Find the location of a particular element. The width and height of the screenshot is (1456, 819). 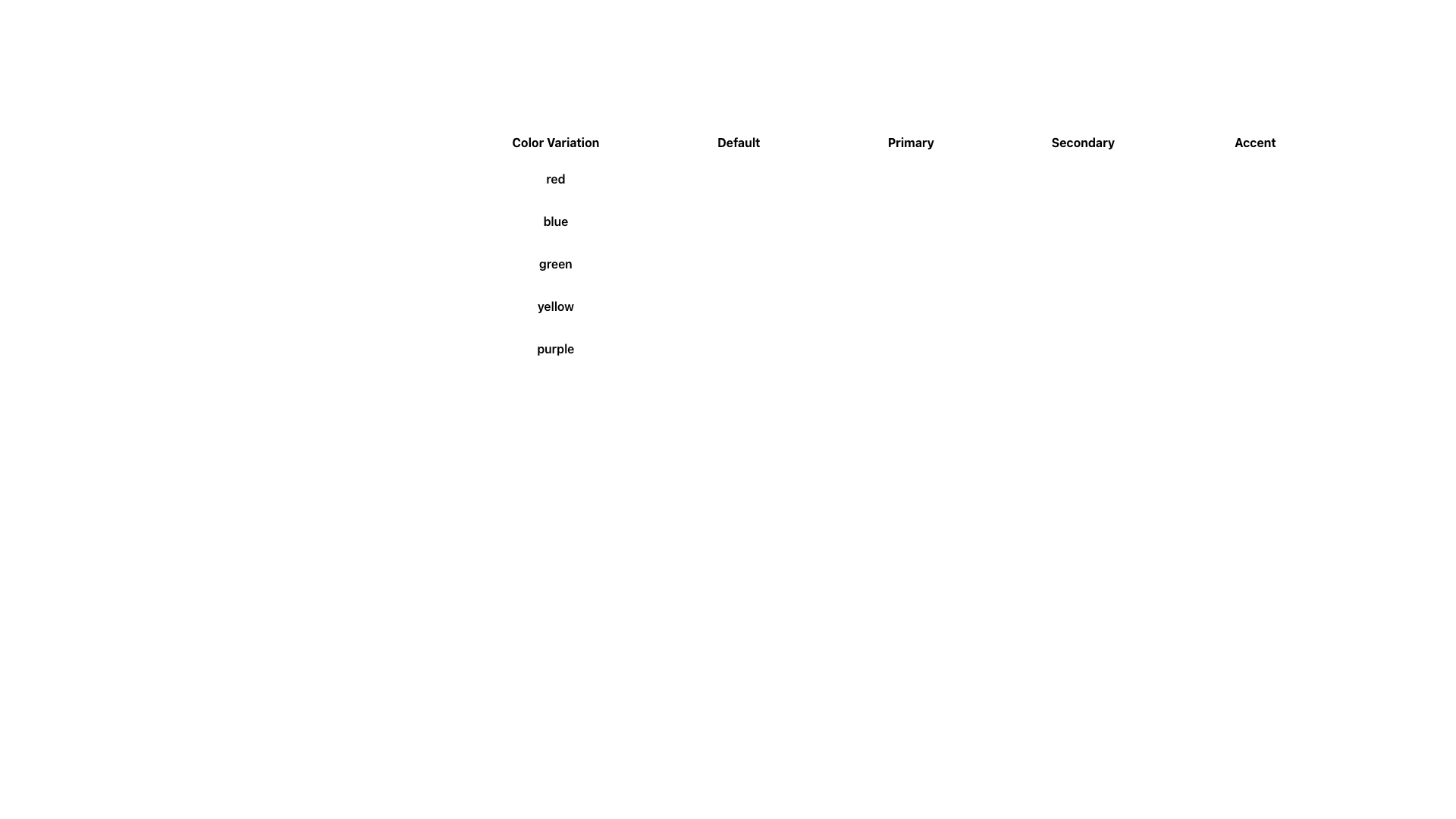

the informational icon located at the top-right corner of the red button labeled 'red', which provides additional details related to the button is located at coordinates (876, 177).